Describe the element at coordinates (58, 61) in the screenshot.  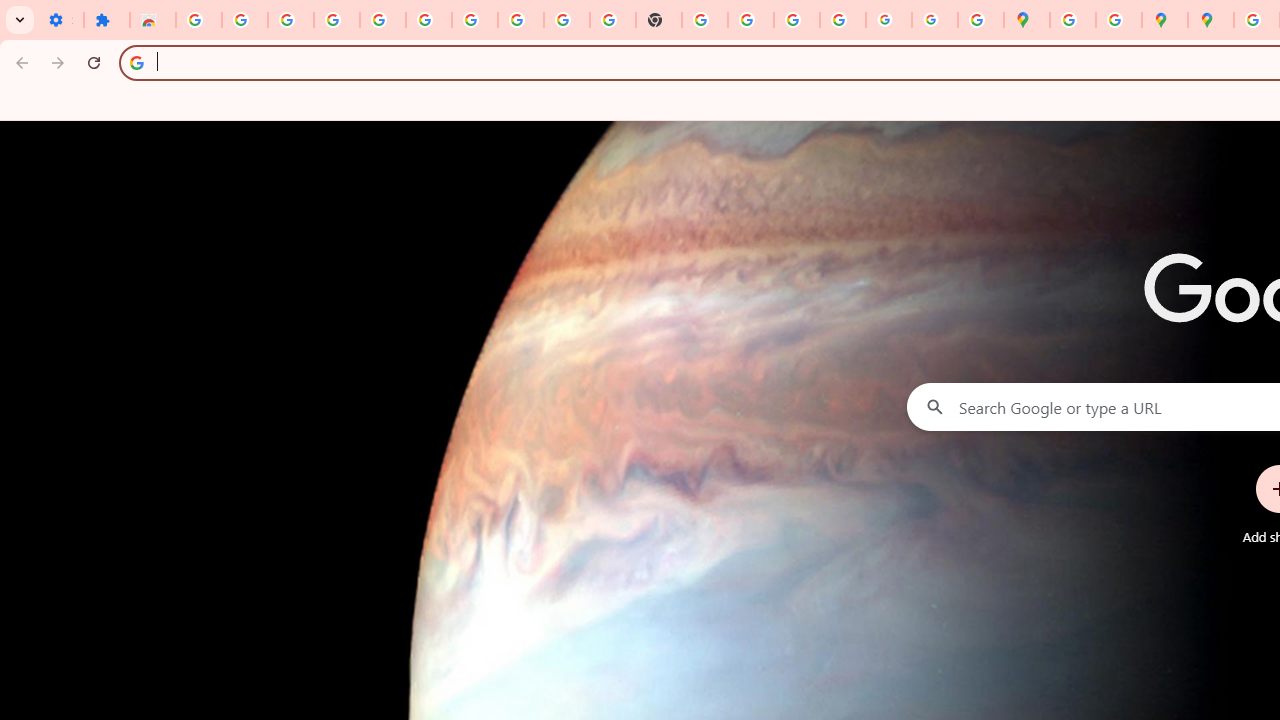
I see `'Forward'` at that location.